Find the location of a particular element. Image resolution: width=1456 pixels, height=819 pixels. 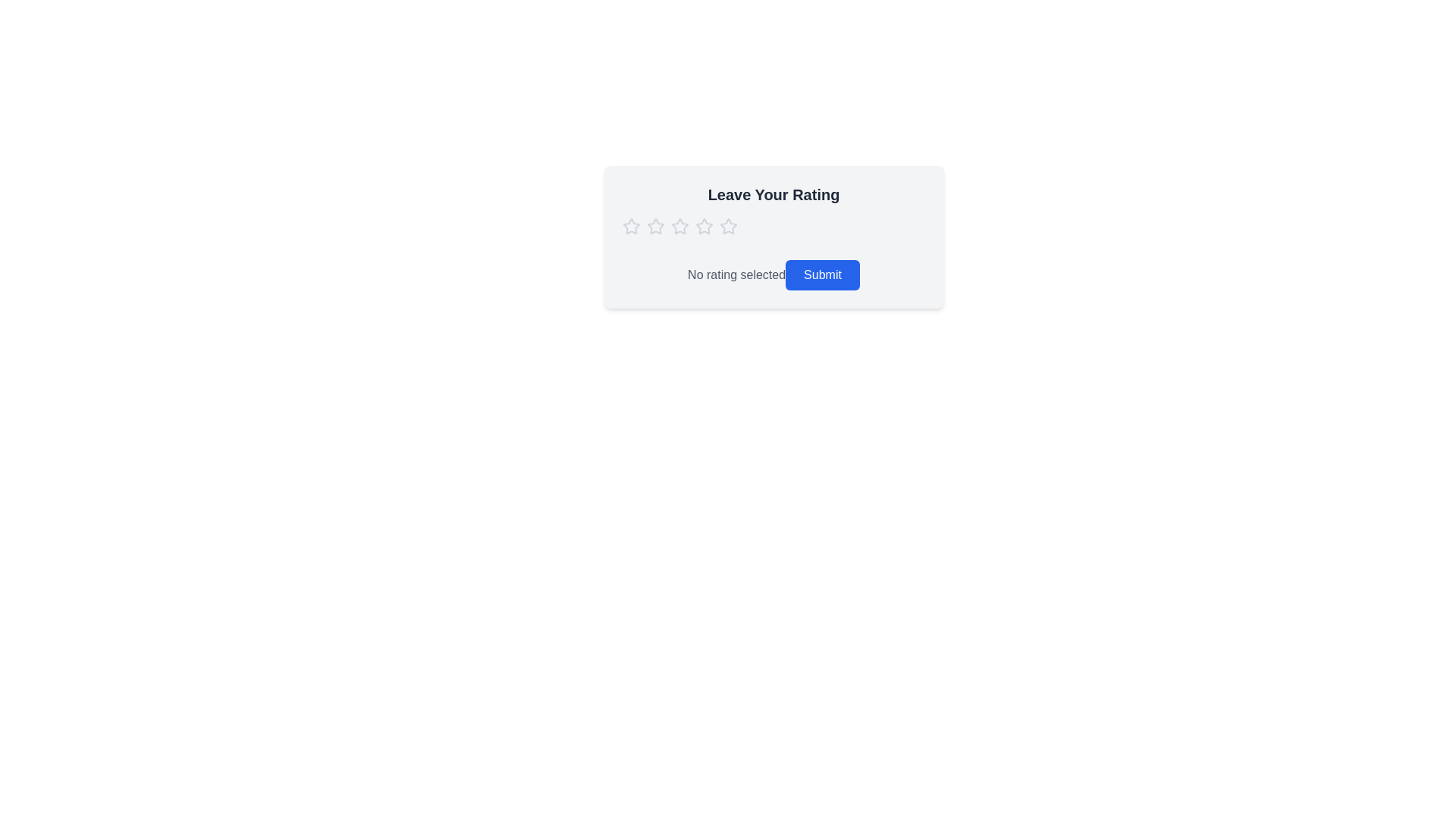

the first star icon in the rating component is located at coordinates (631, 227).